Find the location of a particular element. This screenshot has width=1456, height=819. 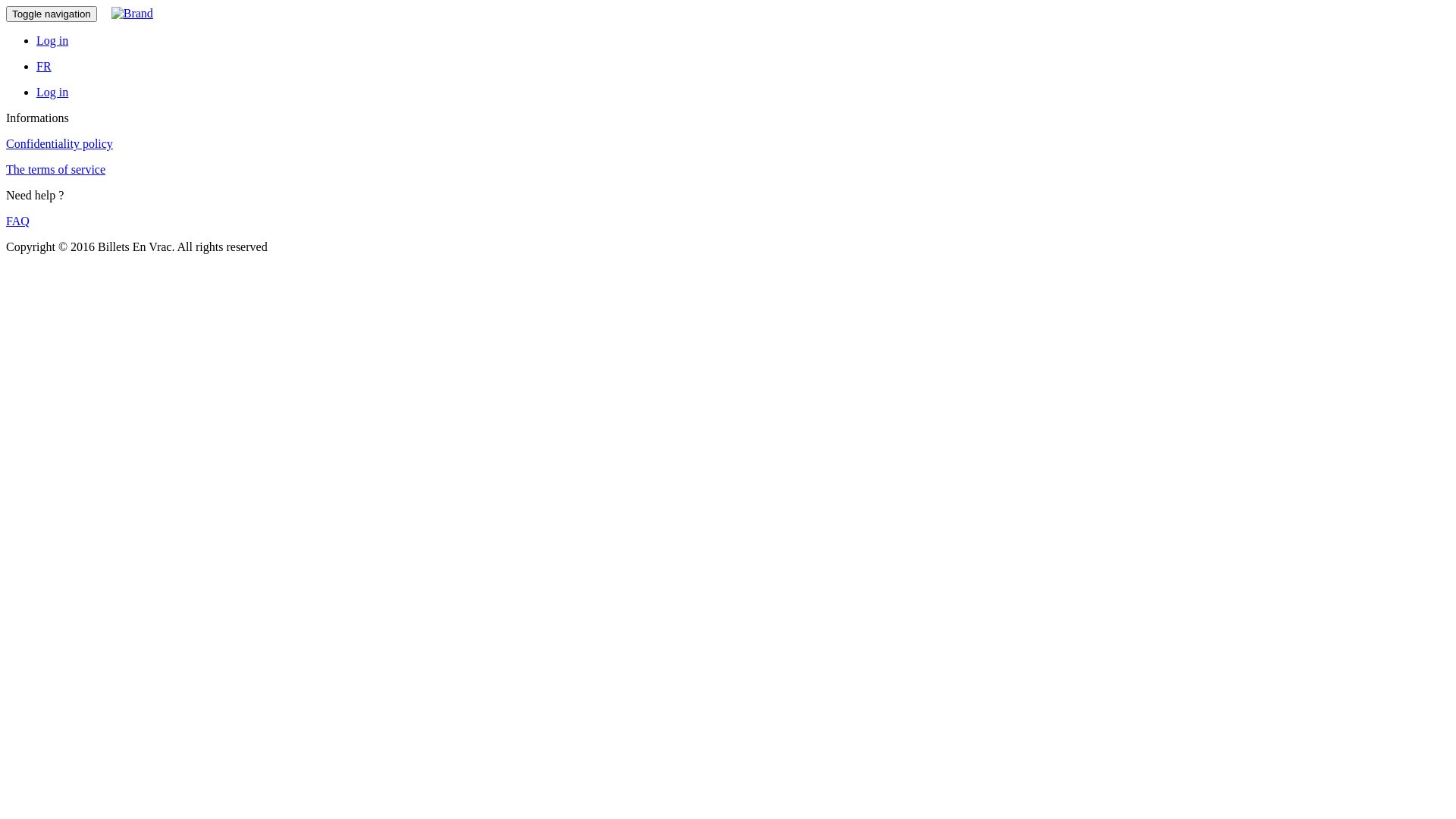

'Toggle navigation' is located at coordinates (51, 14).